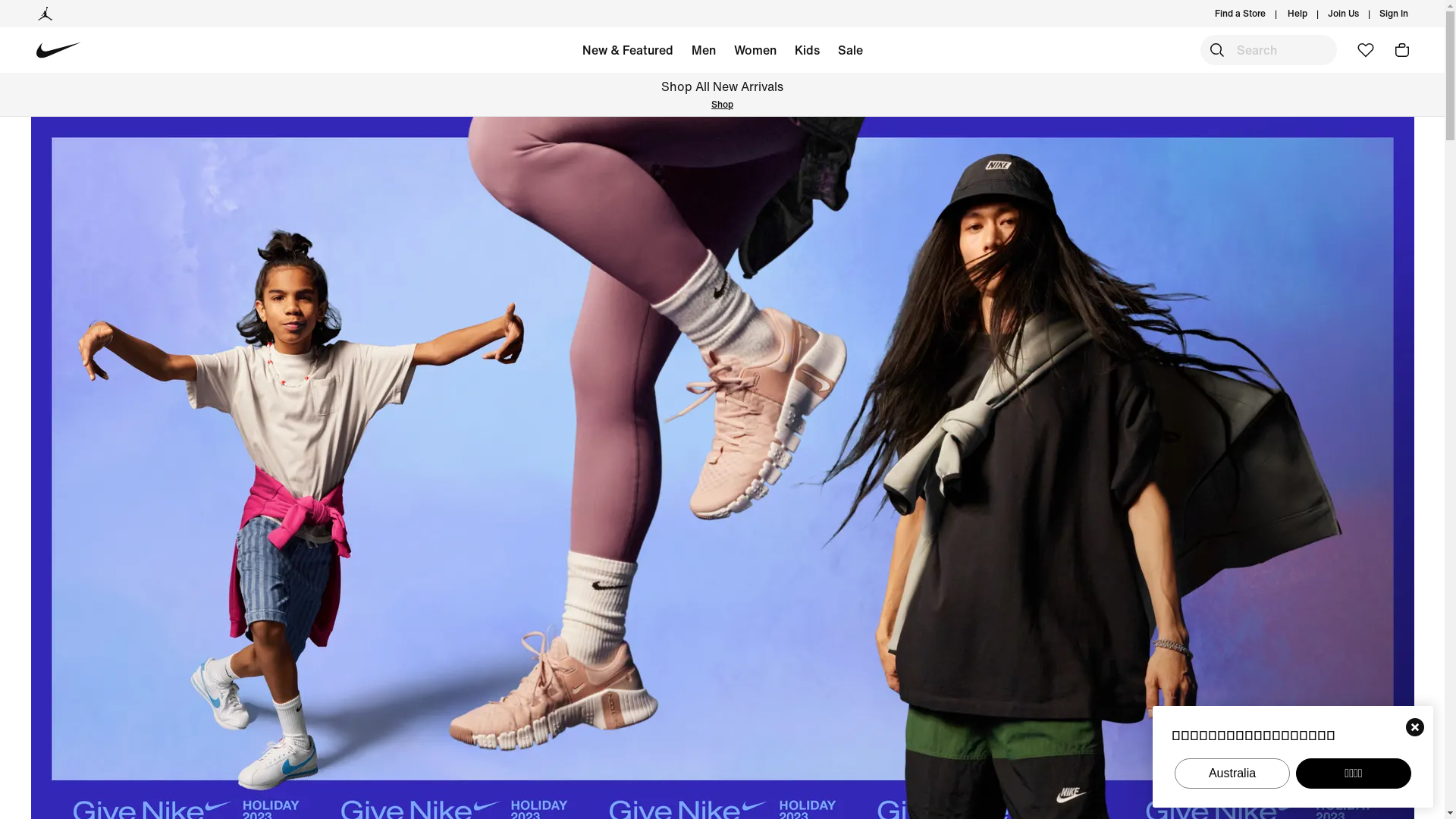 This screenshot has height=819, width=1456. I want to click on 'Men', so click(682, 52).